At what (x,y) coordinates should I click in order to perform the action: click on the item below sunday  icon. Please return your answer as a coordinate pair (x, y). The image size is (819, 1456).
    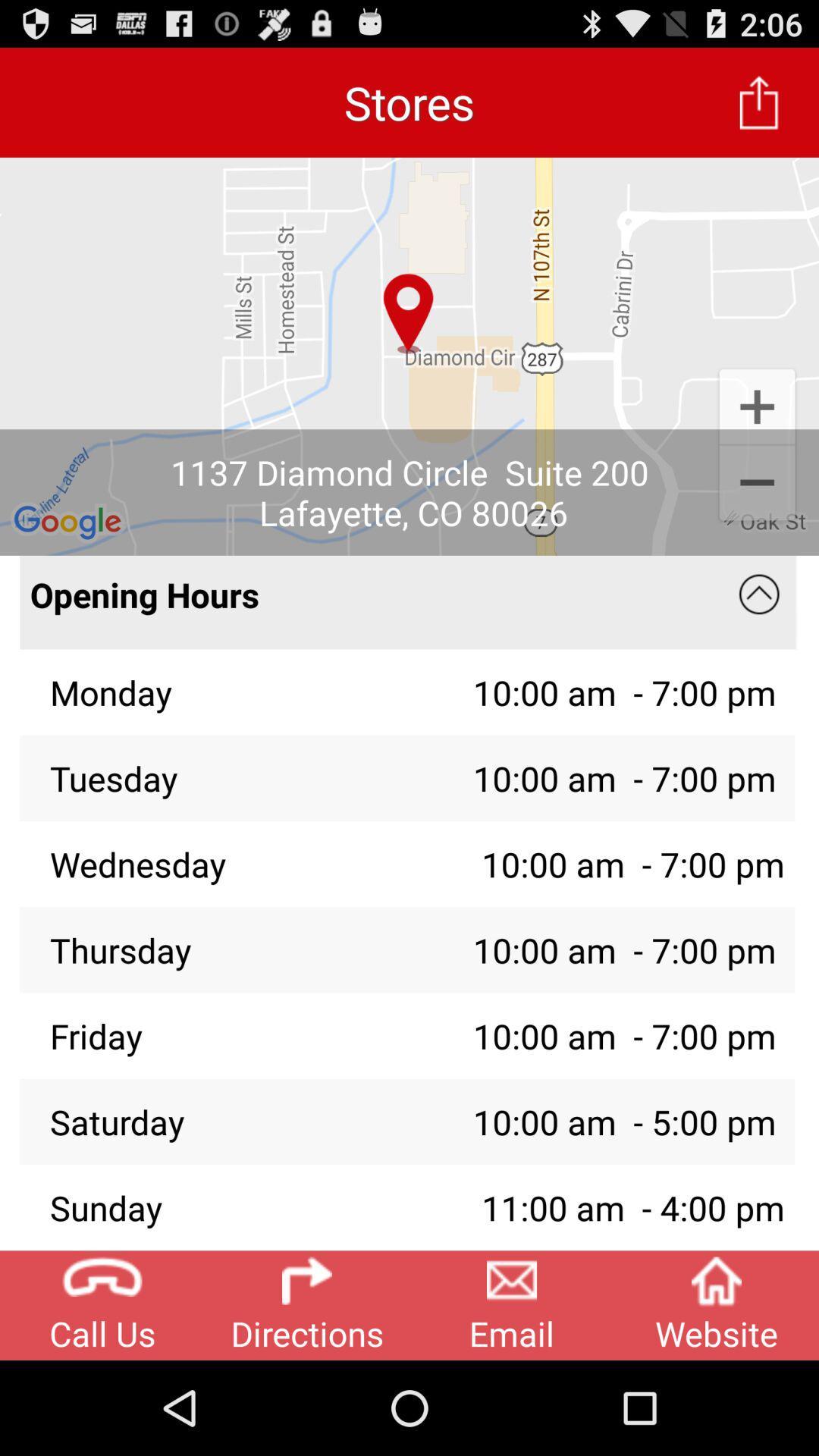
    Looking at the image, I should click on (307, 1304).